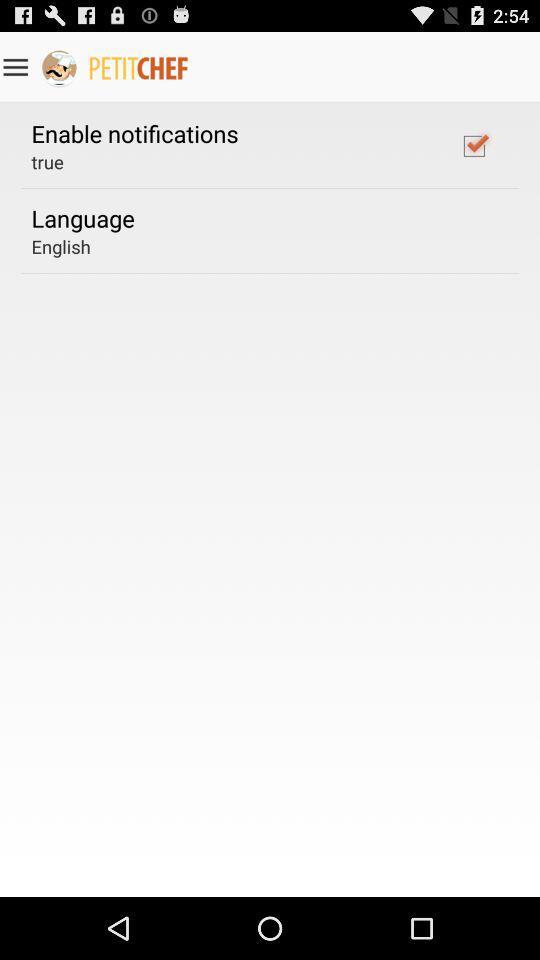 The height and width of the screenshot is (960, 540). What do you see at coordinates (47, 160) in the screenshot?
I see `true` at bounding box center [47, 160].